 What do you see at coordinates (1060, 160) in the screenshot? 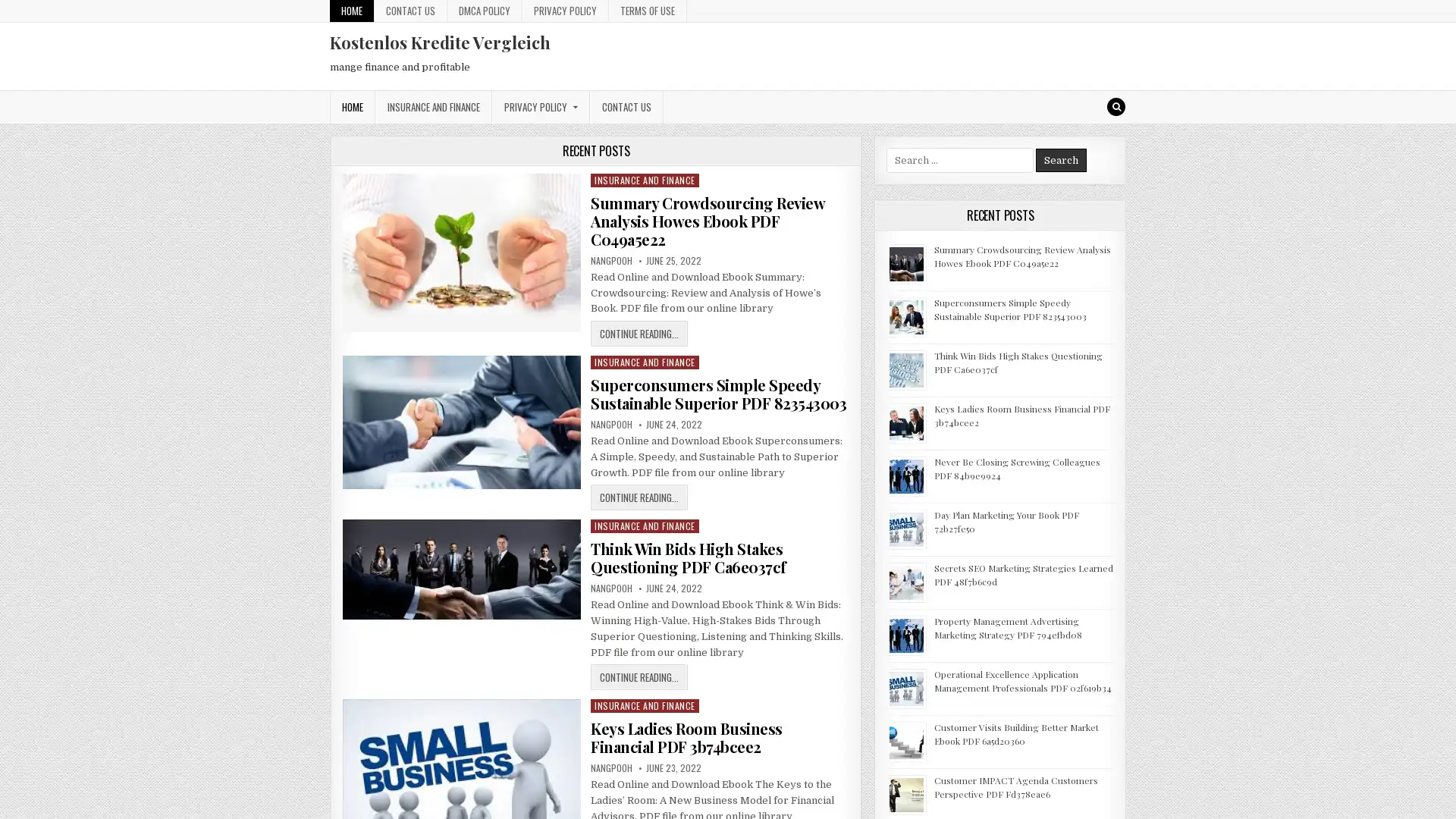
I see `Search` at bounding box center [1060, 160].